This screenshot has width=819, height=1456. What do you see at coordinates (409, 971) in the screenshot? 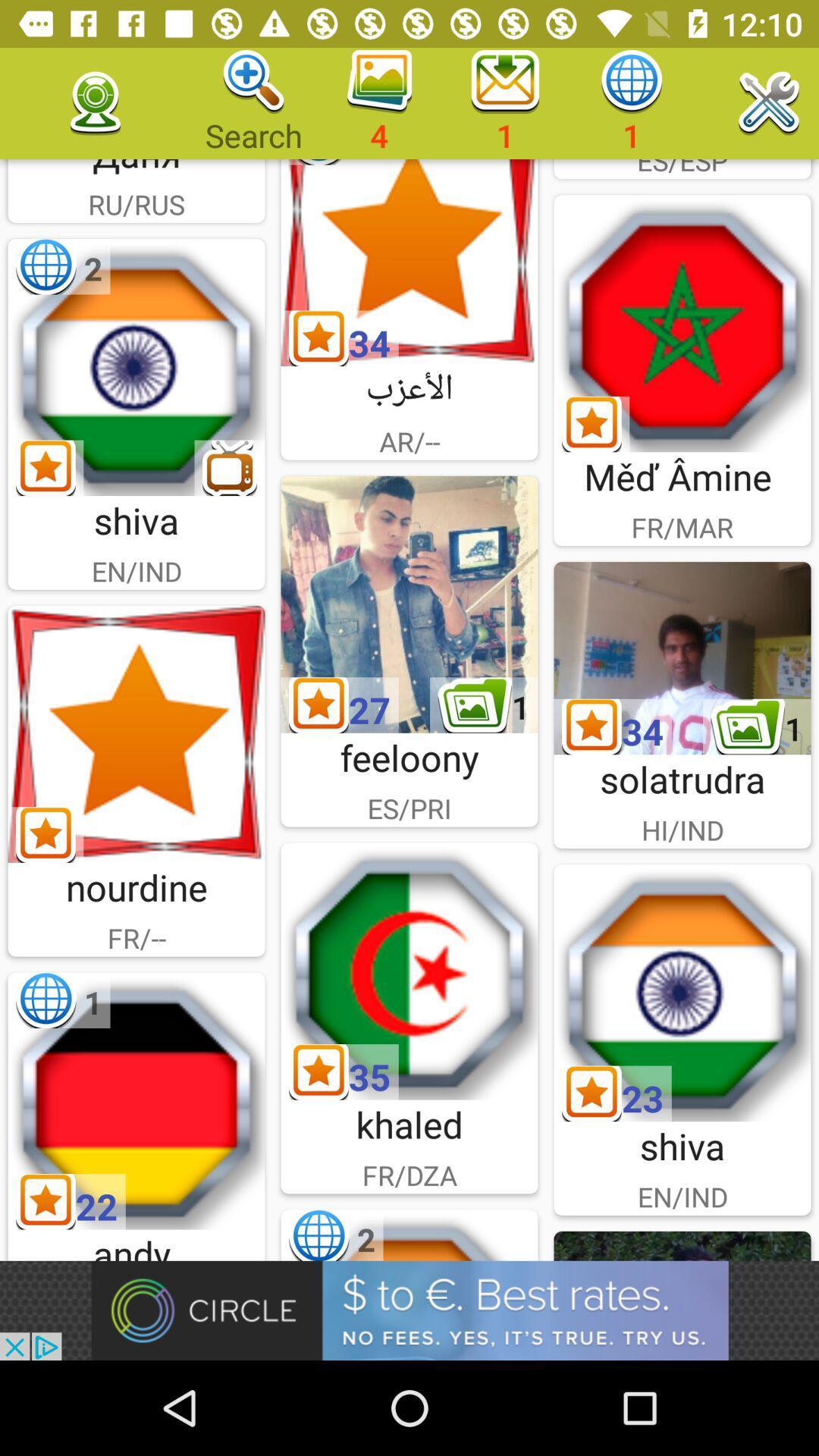
I see `user` at bounding box center [409, 971].